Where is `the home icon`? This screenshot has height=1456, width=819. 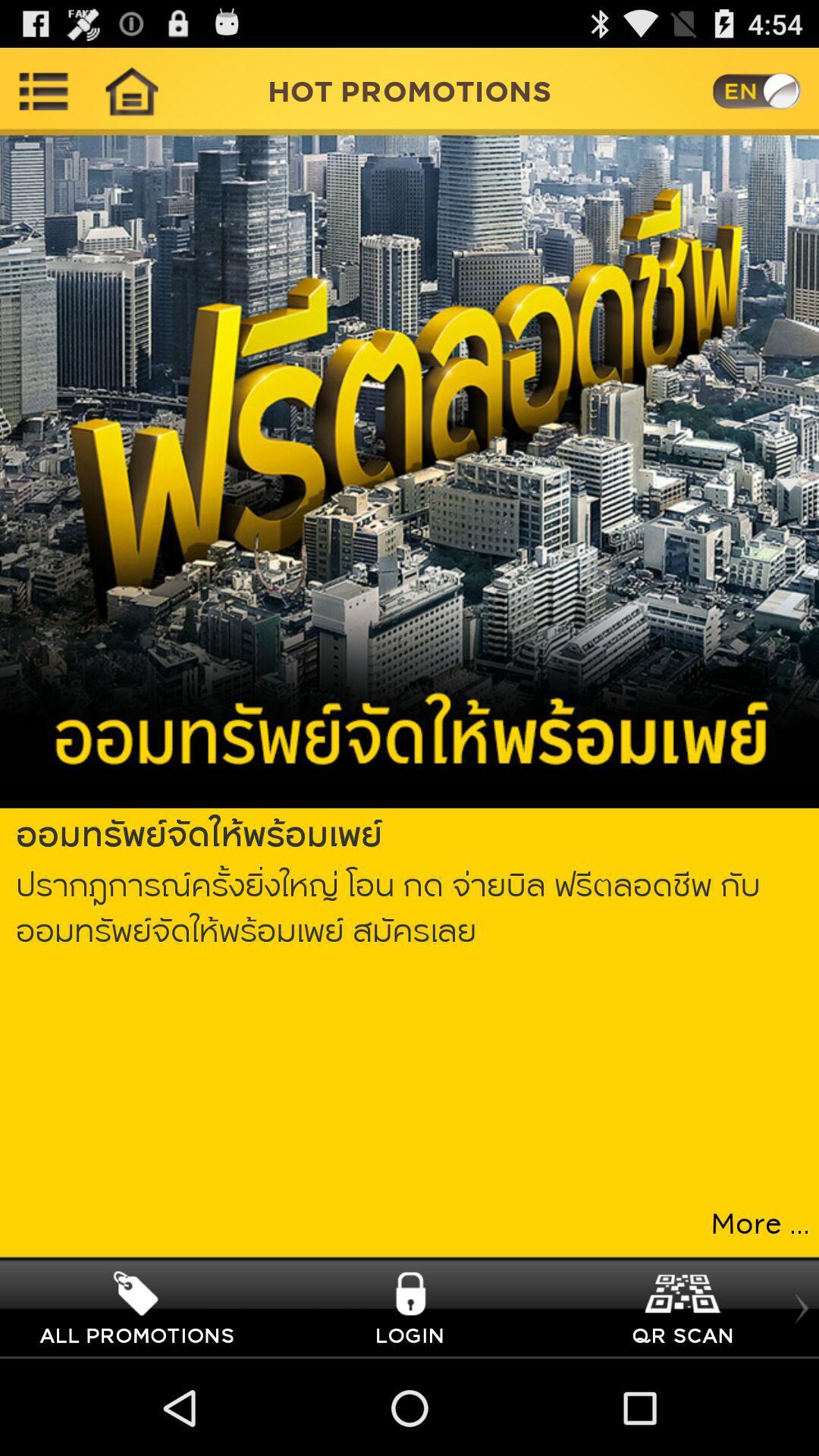
the home icon is located at coordinates (130, 97).